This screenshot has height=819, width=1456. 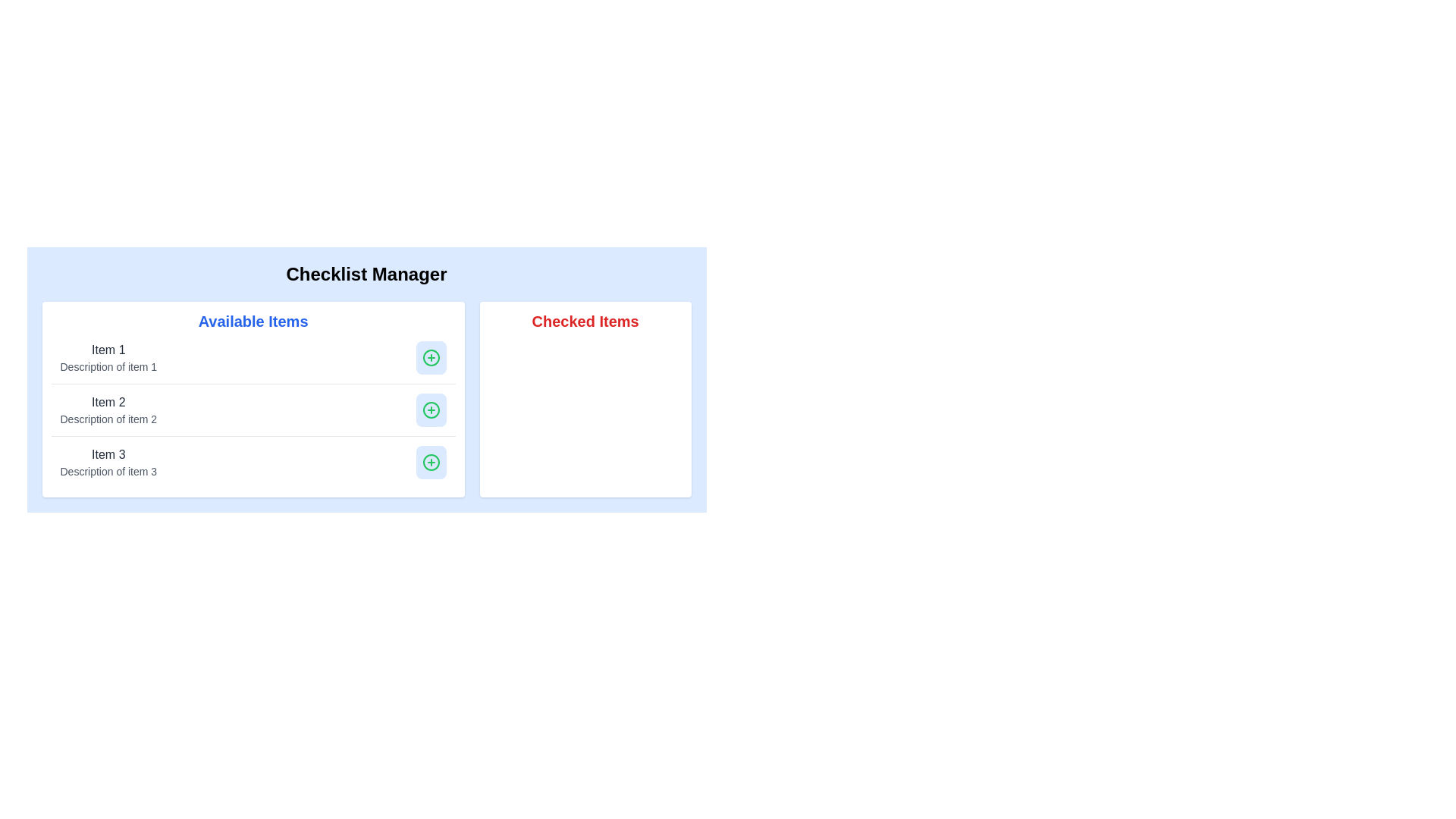 I want to click on the text label or list item element that displays 'Item 2' and 'Description of item 2', which is the second item in the list of 'Available Items', so click(x=108, y=409).